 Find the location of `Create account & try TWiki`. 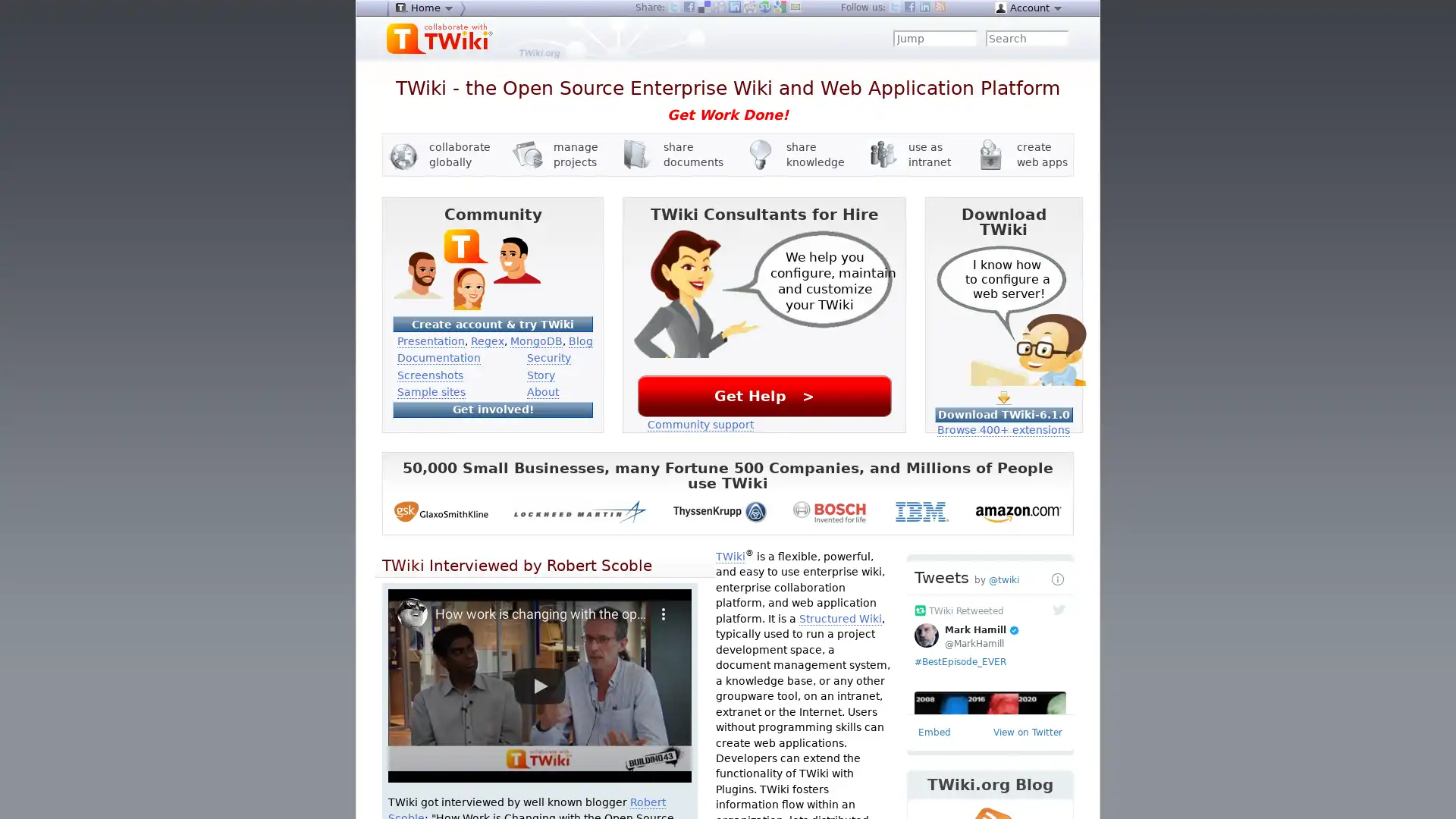

Create account & try TWiki is located at coordinates (492, 323).